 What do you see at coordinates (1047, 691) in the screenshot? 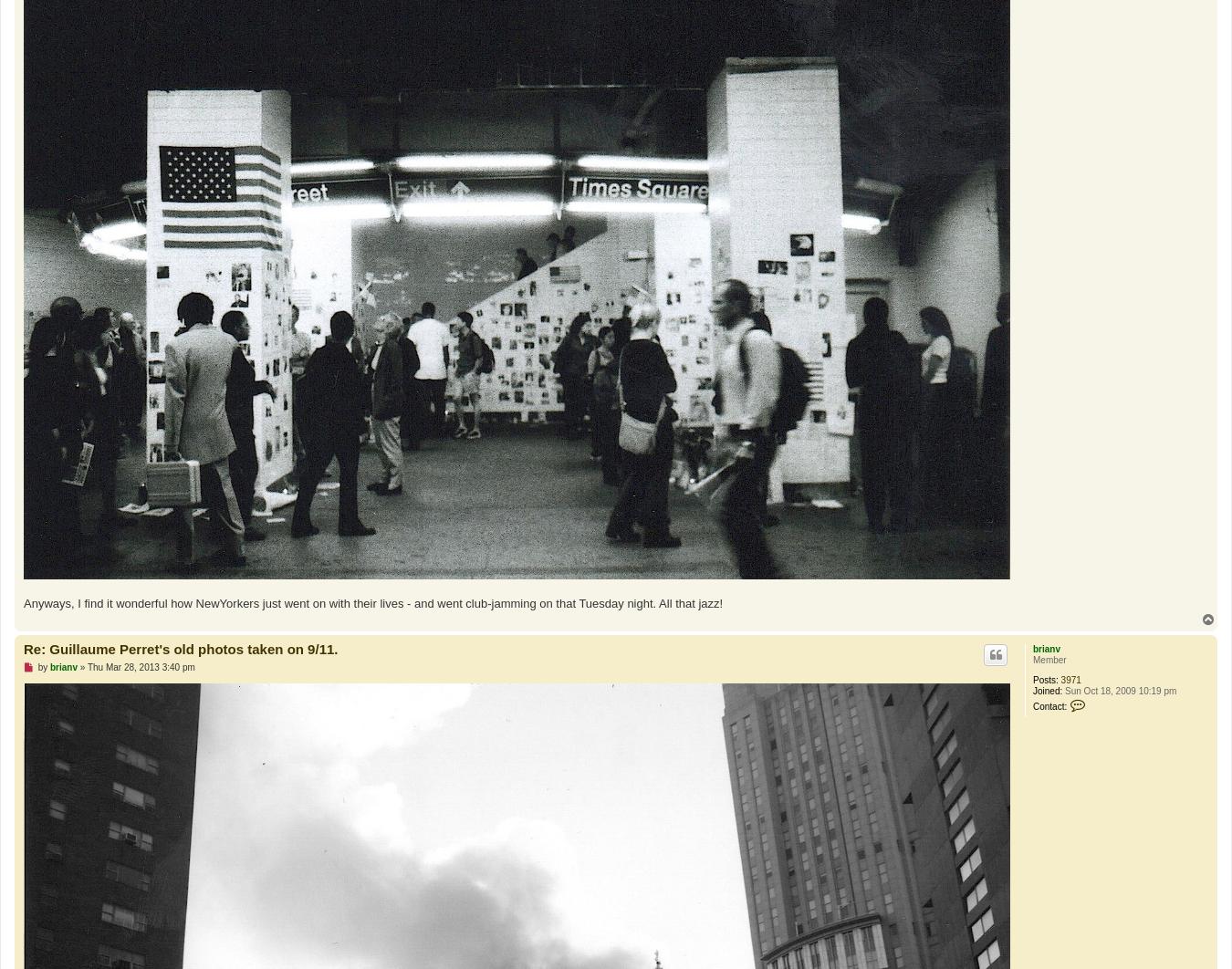
I see `'Joined:'` at bounding box center [1047, 691].